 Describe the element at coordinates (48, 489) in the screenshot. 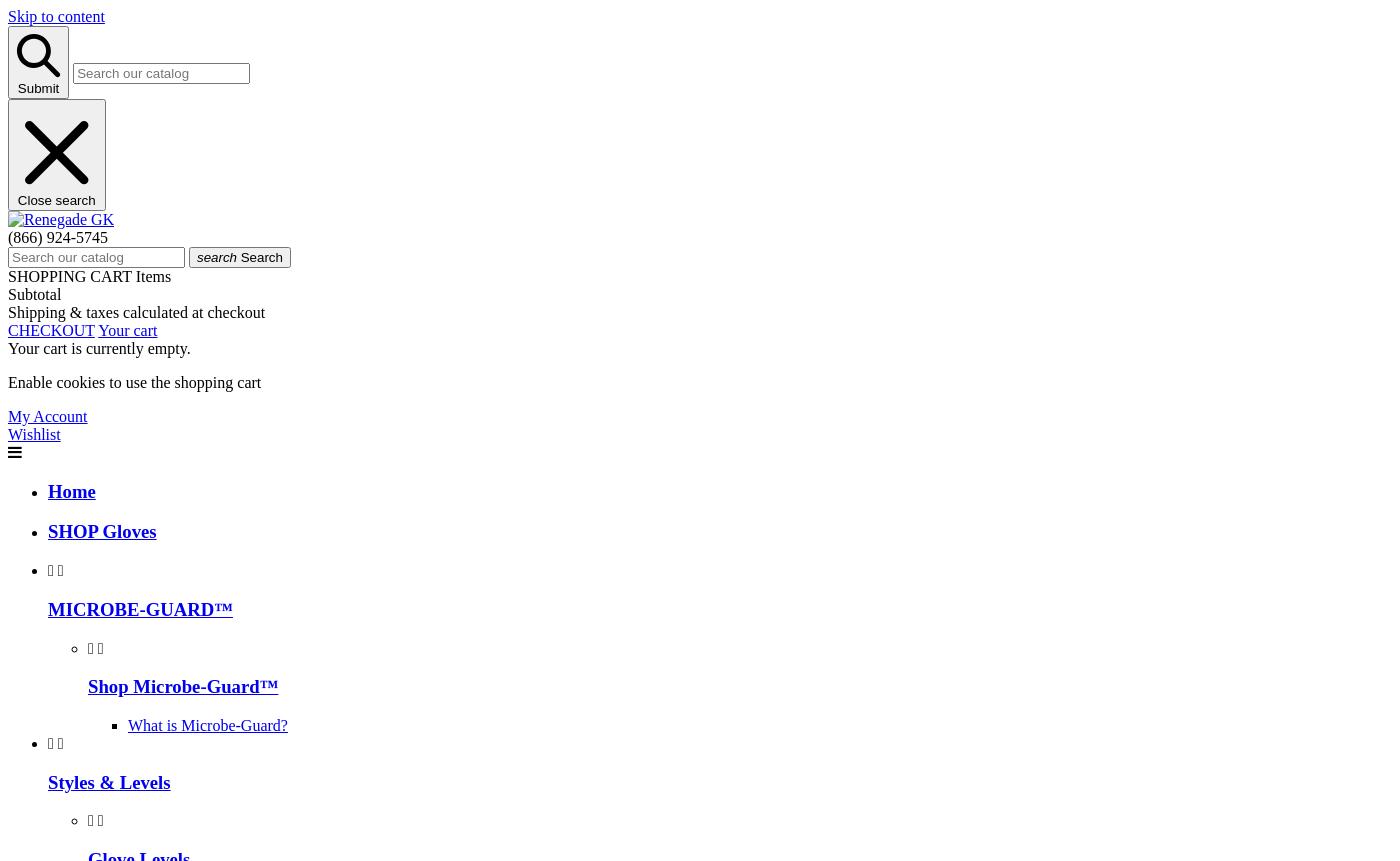

I see `'Home'` at that location.